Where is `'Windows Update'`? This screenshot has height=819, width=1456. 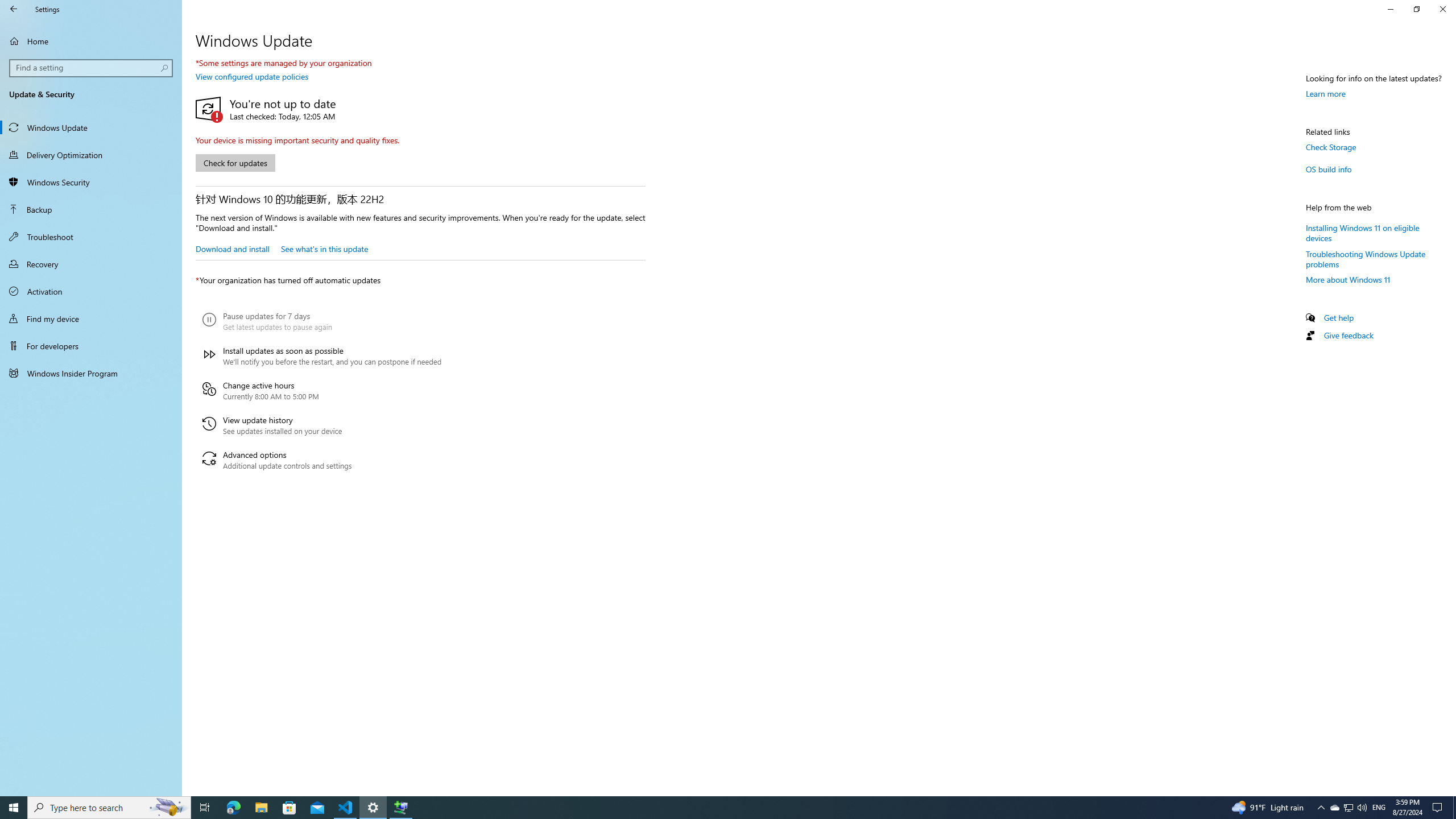
'Windows Update' is located at coordinates (90, 126).